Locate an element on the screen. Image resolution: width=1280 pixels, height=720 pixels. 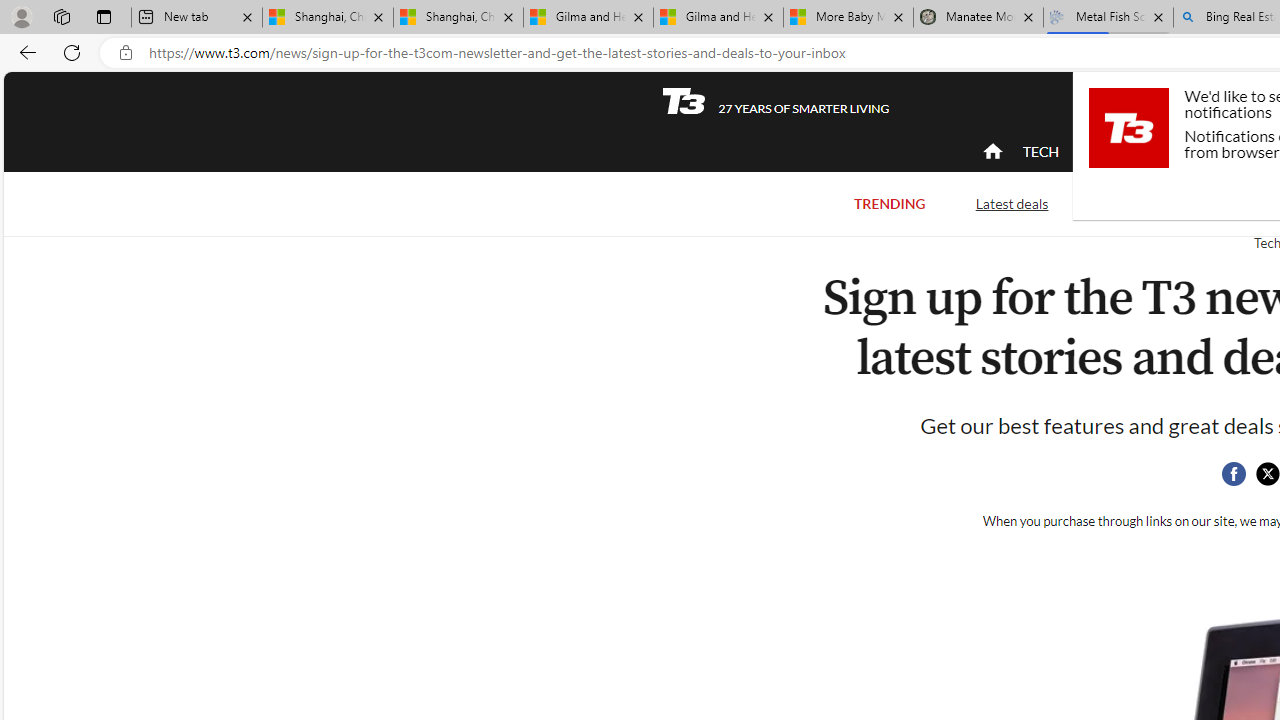
'Shanghai, China weather forecast | Microsoft Weather' is located at coordinates (457, 17).